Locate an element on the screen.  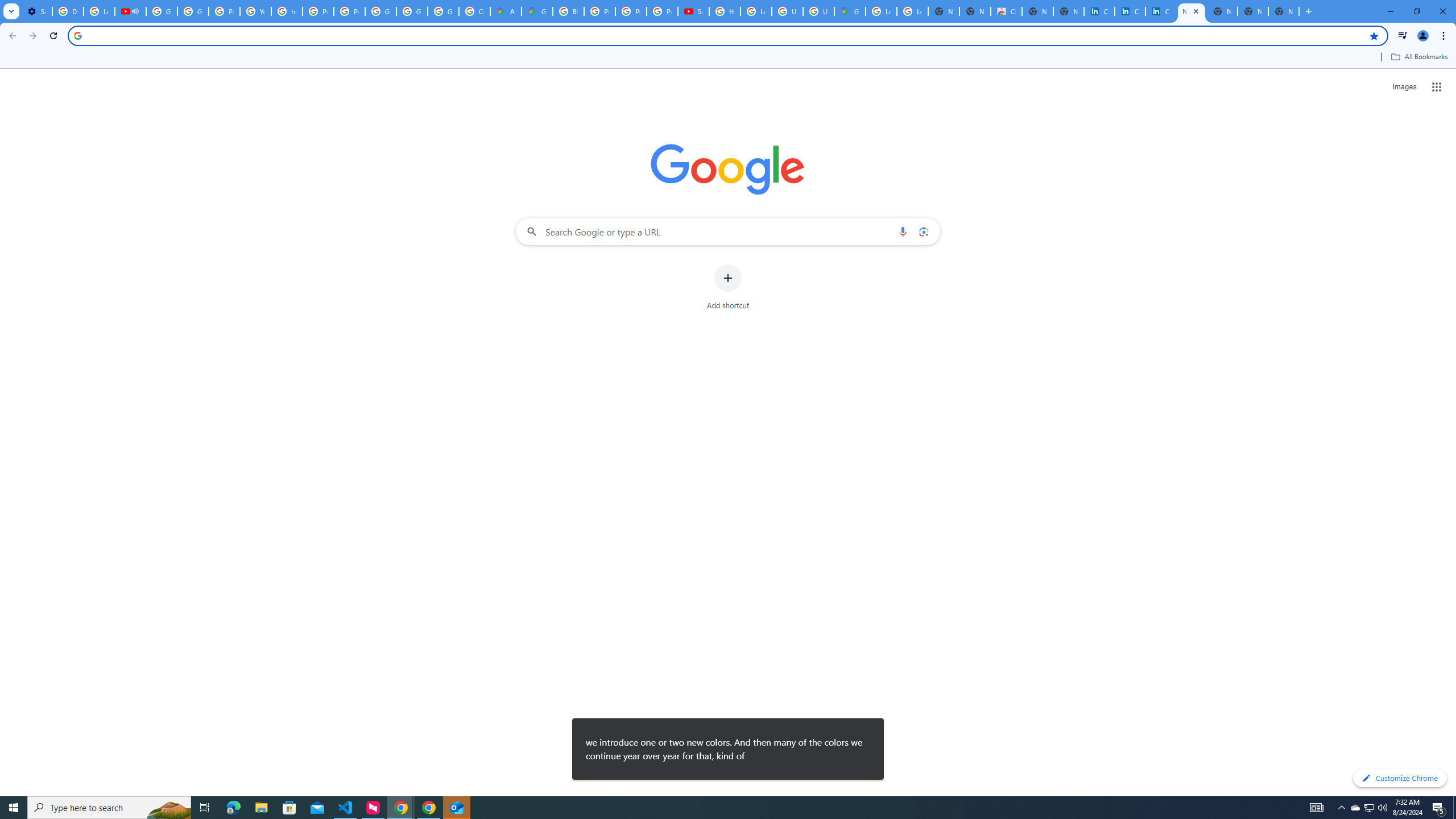
'Cookie Policy | LinkedIn' is located at coordinates (1099, 11).